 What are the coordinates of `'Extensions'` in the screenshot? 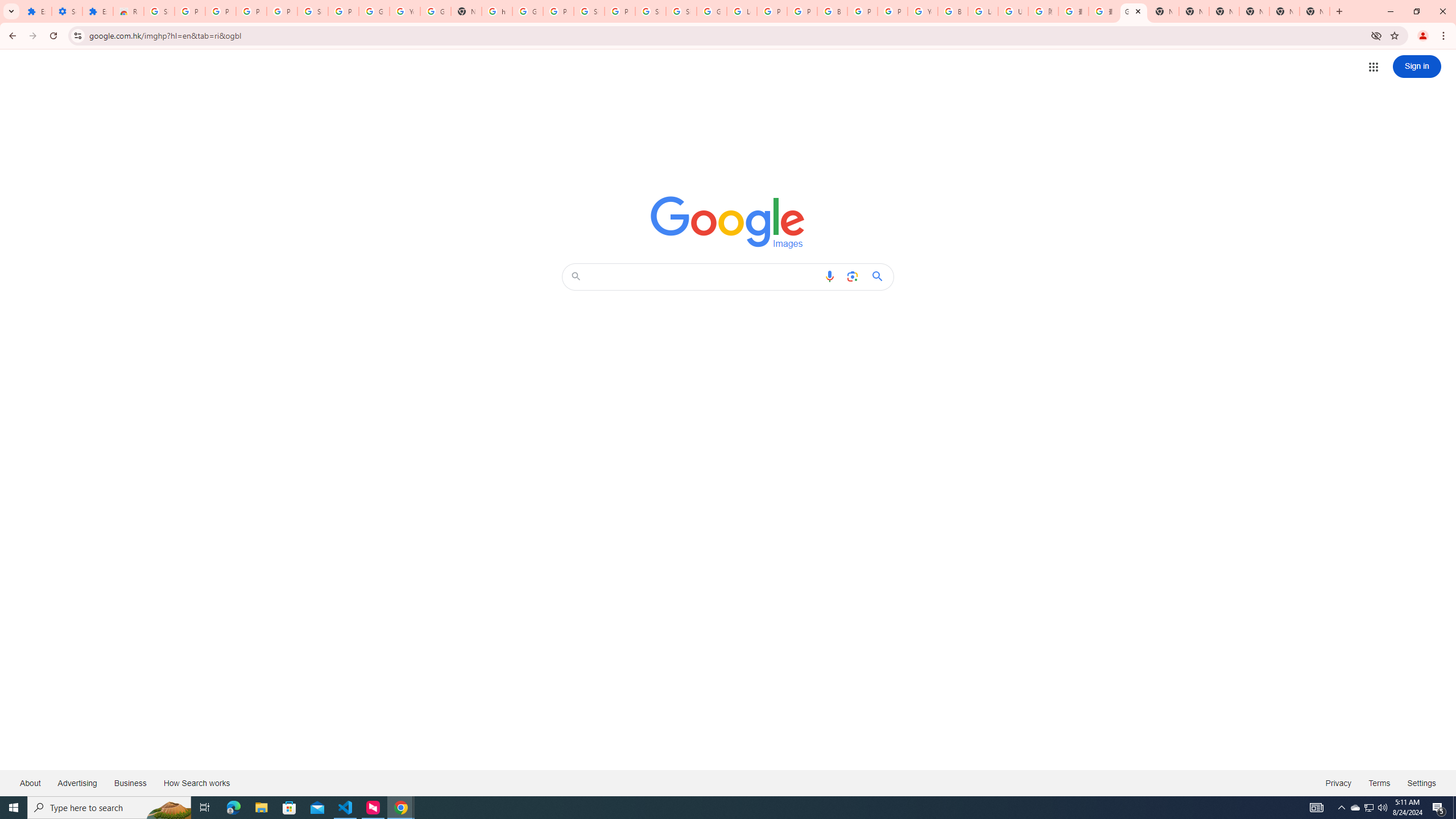 It's located at (97, 11).